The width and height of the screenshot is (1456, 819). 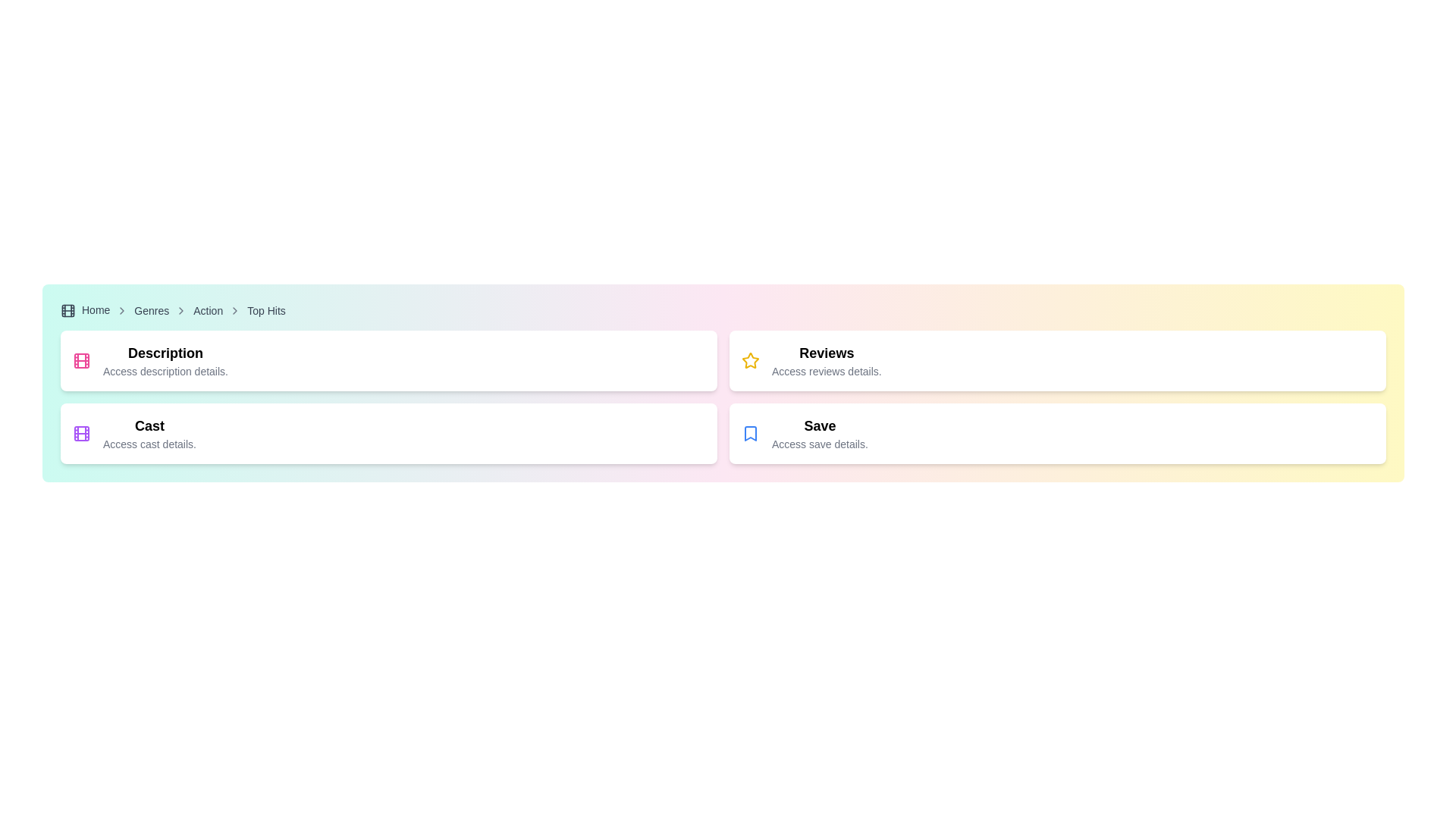 I want to click on the decorative rating icon located in the top-right quadrant of the interface within the 'Reviews' card, adjacent to the 'Reviews' text, so click(x=750, y=360).